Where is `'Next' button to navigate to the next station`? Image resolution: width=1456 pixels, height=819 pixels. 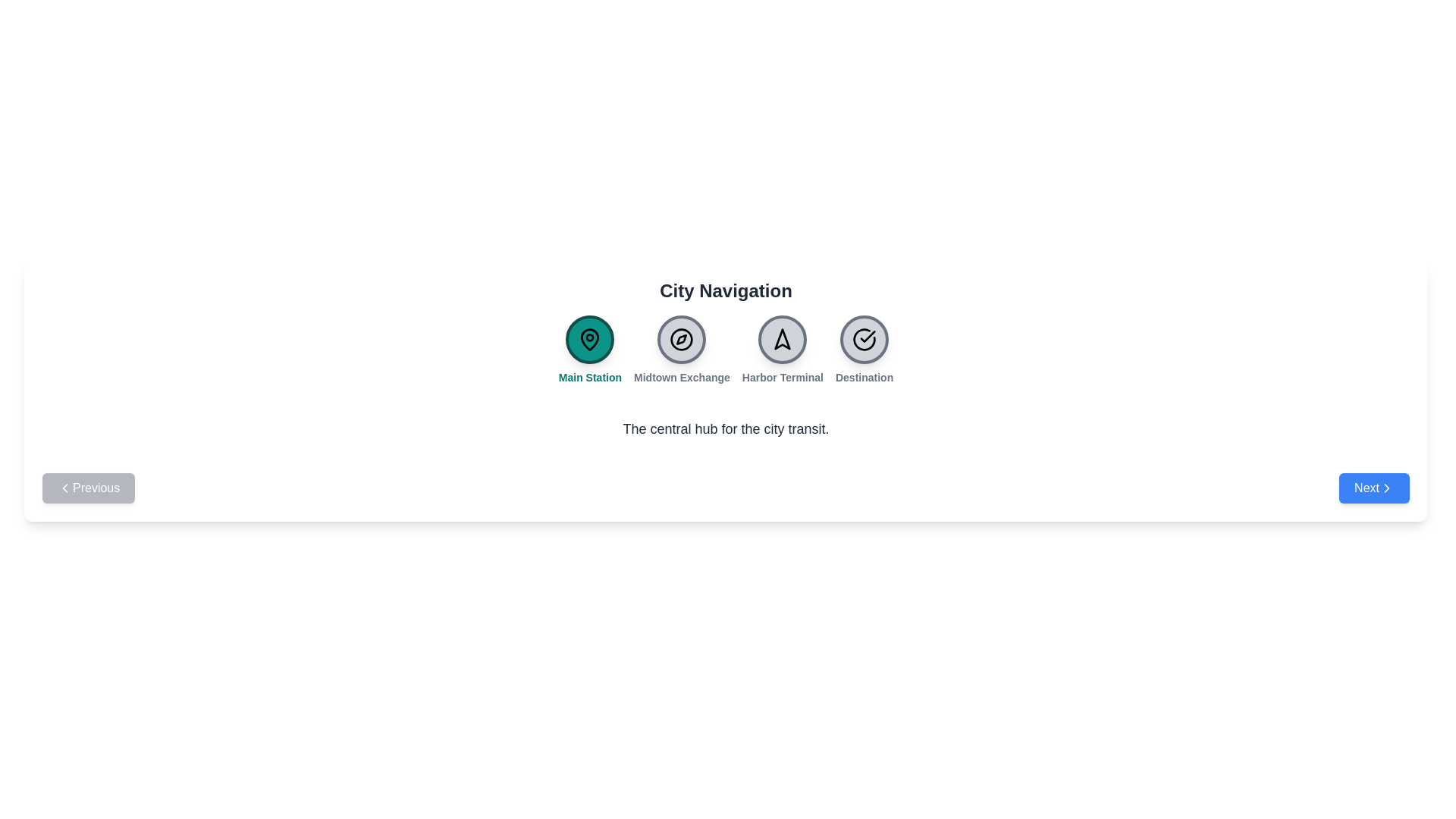 'Next' button to navigate to the next station is located at coordinates (1374, 488).